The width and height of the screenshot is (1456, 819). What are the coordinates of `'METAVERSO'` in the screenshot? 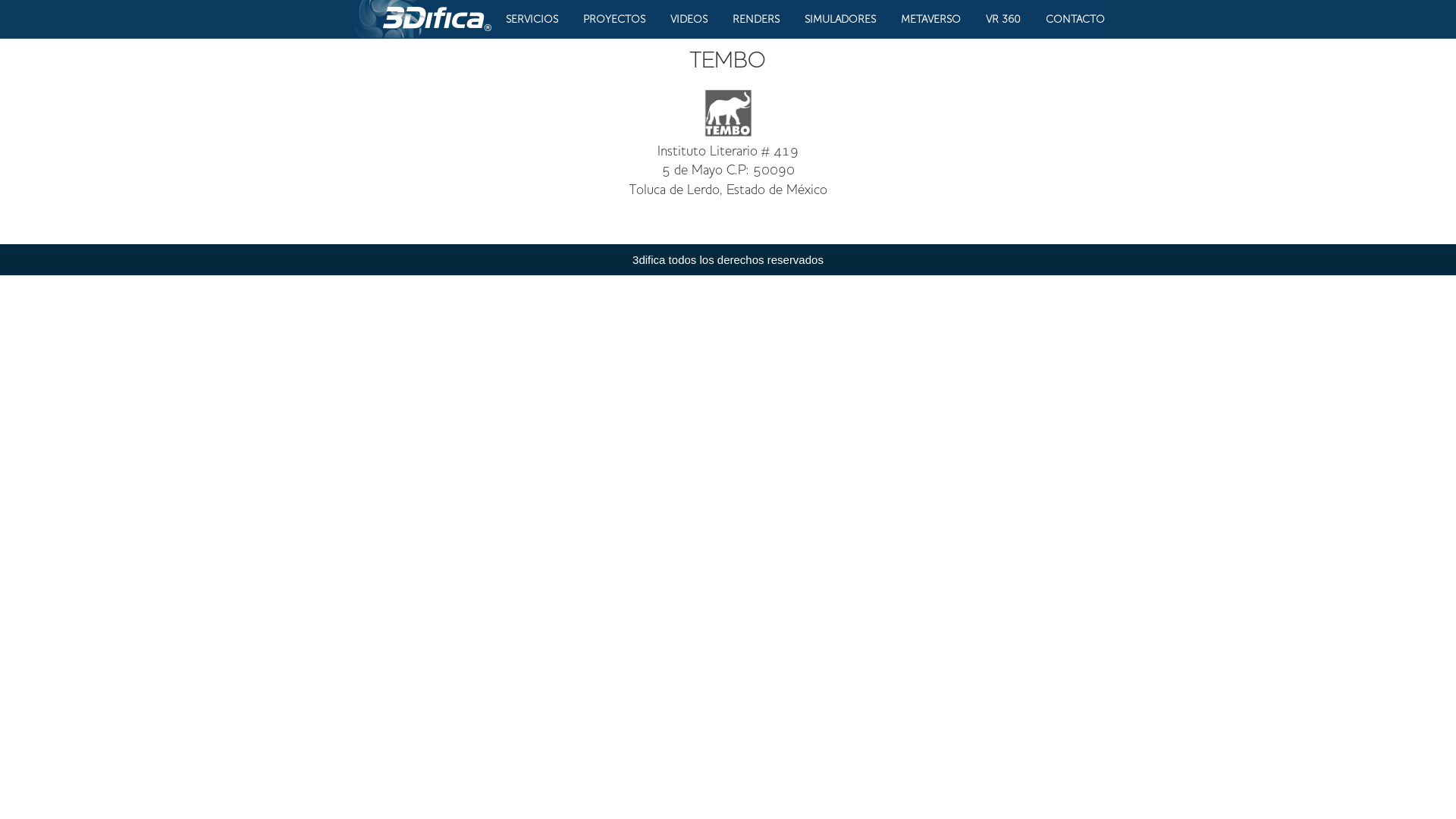 It's located at (901, 20).